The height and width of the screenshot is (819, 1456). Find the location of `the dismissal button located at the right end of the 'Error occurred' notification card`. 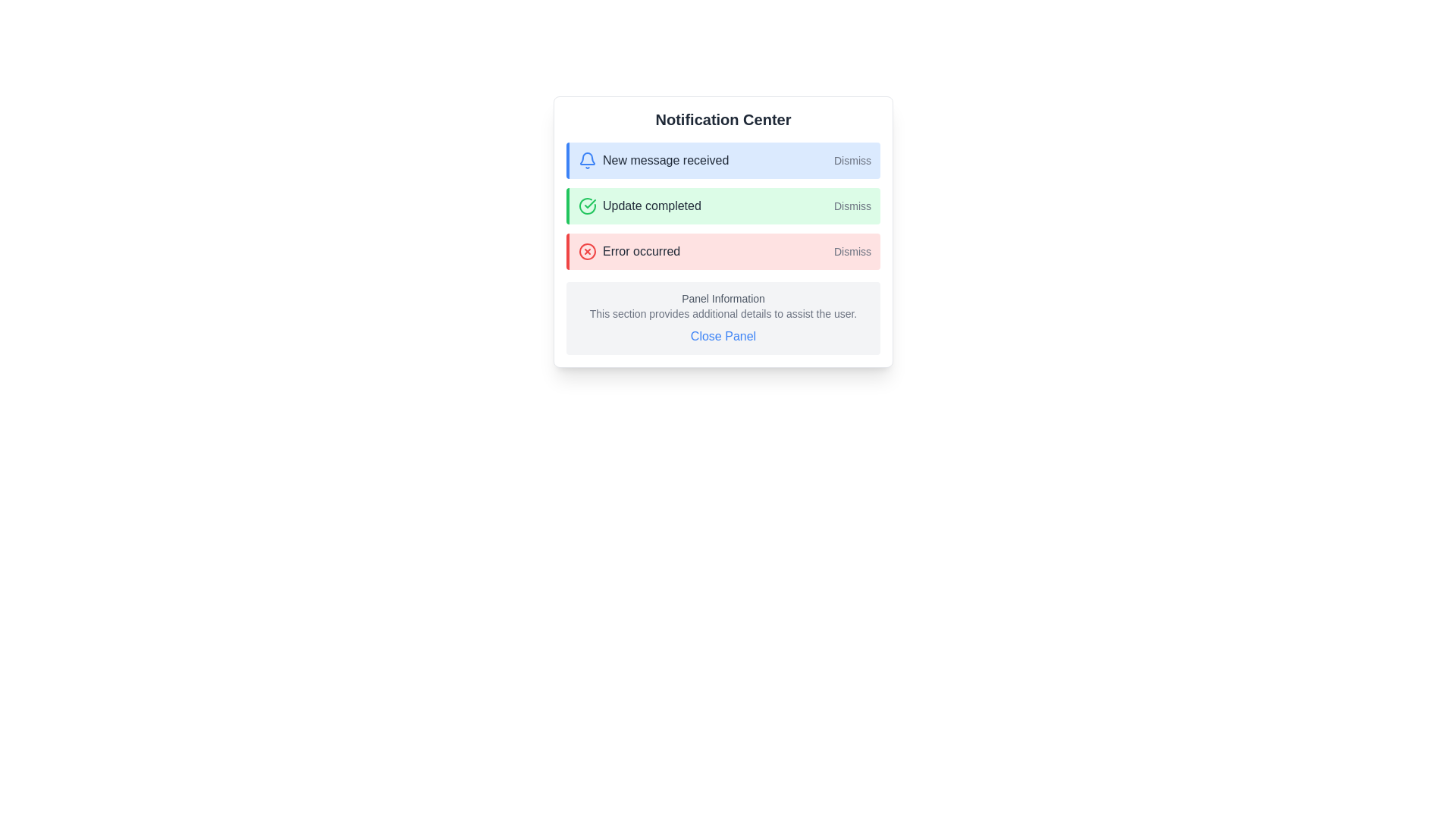

the dismissal button located at the right end of the 'Error occurred' notification card is located at coordinates (852, 250).